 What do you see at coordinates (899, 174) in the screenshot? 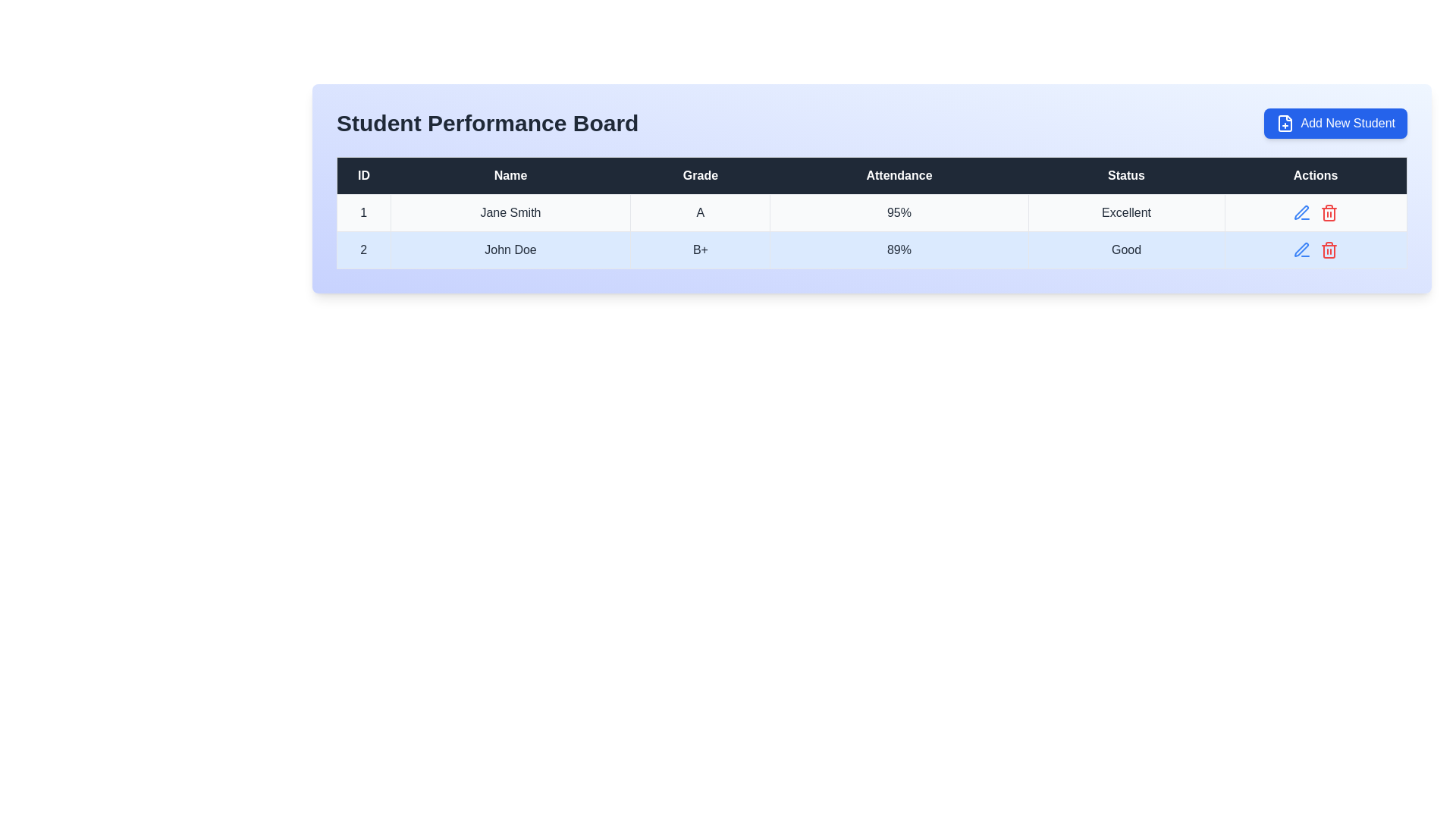
I see `the 'Attendance' text label, which is the fourth element in the horizontal header, displayed in white font over a dark background` at bounding box center [899, 174].